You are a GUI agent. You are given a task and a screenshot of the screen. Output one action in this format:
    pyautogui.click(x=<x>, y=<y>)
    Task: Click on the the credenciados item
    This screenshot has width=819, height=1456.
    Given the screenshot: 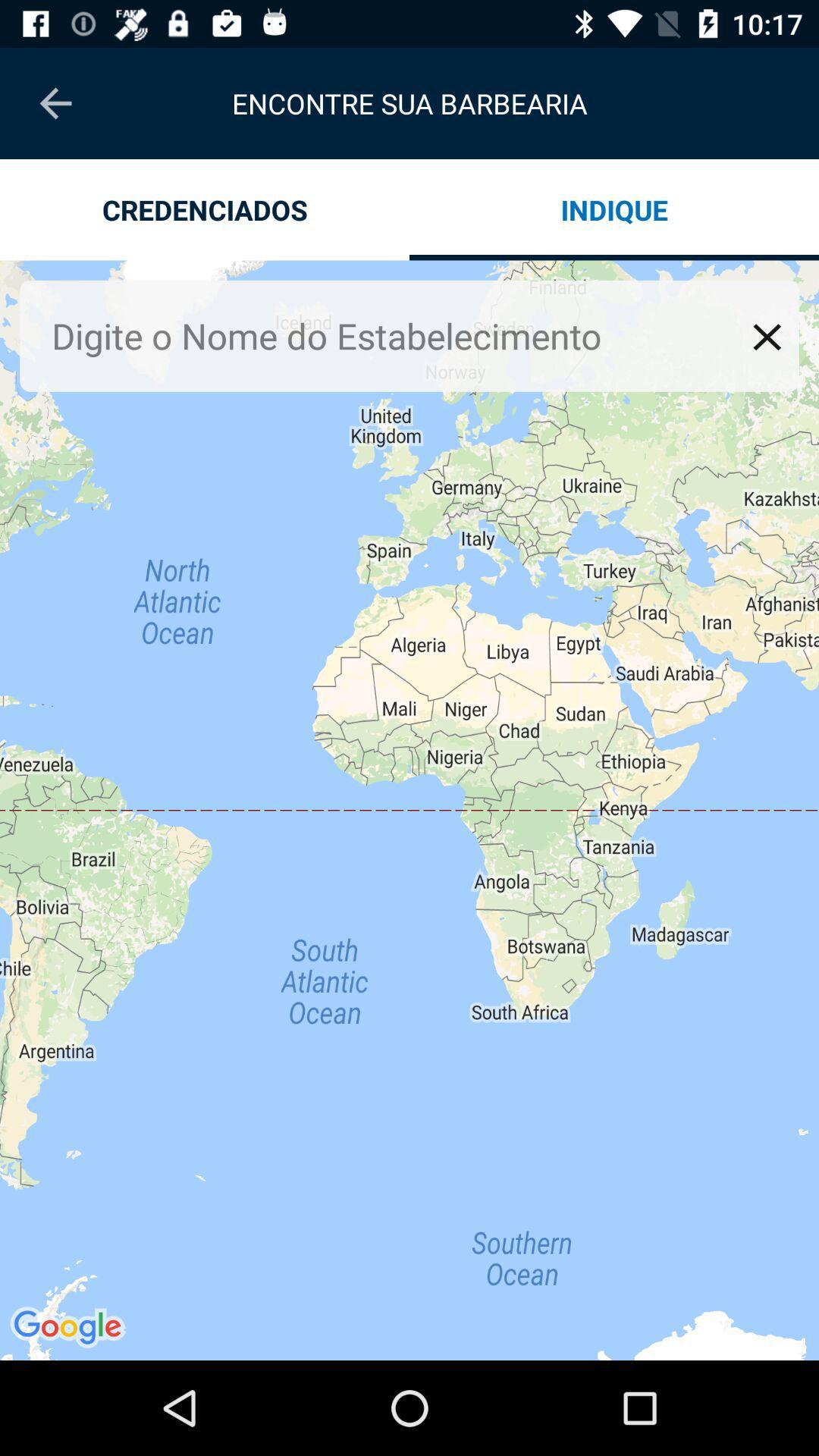 What is the action you would take?
    pyautogui.click(x=205, y=209)
    